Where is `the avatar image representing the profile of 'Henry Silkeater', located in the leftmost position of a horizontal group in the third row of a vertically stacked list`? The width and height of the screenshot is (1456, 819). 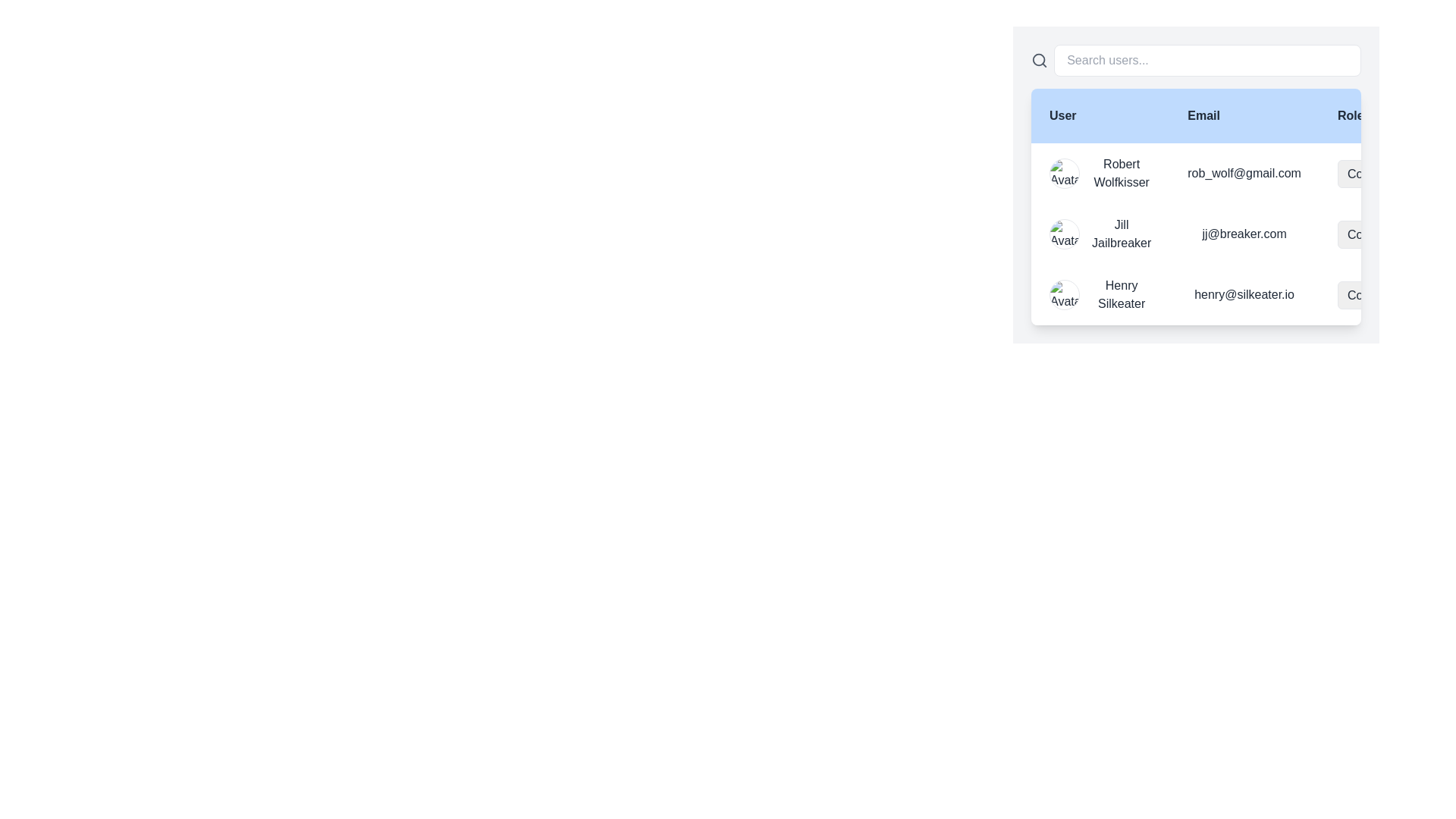
the avatar image representing the profile of 'Henry Silkeater', located in the leftmost position of a horizontal group in the third row of a vertically stacked list is located at coordinates (1063, 295).